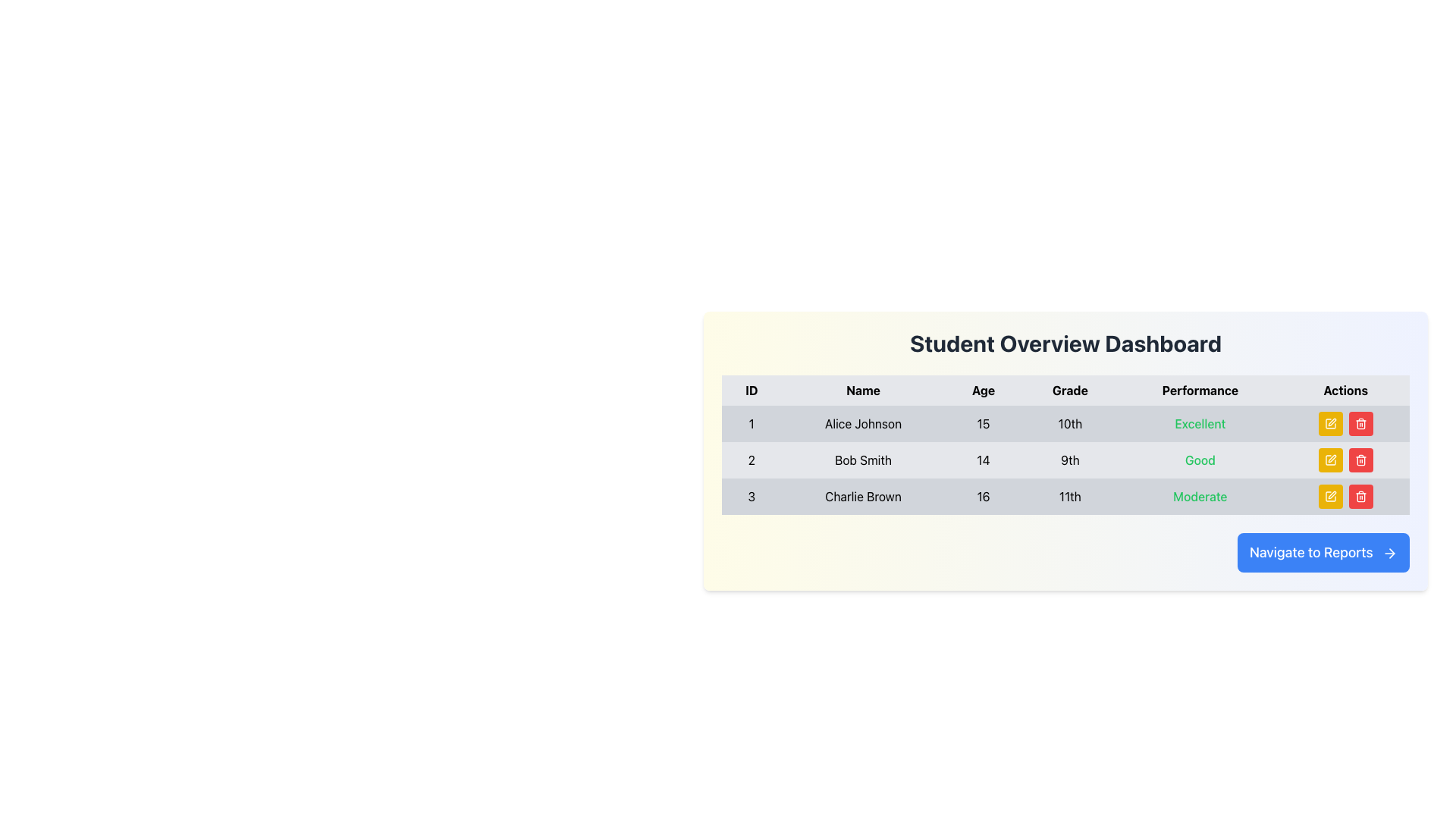 This screenshot has width=1456, height=819. I want to click on the red delete button with a trash can icon located in the 'Actions' column, second row of the table, so click(1360, 424).